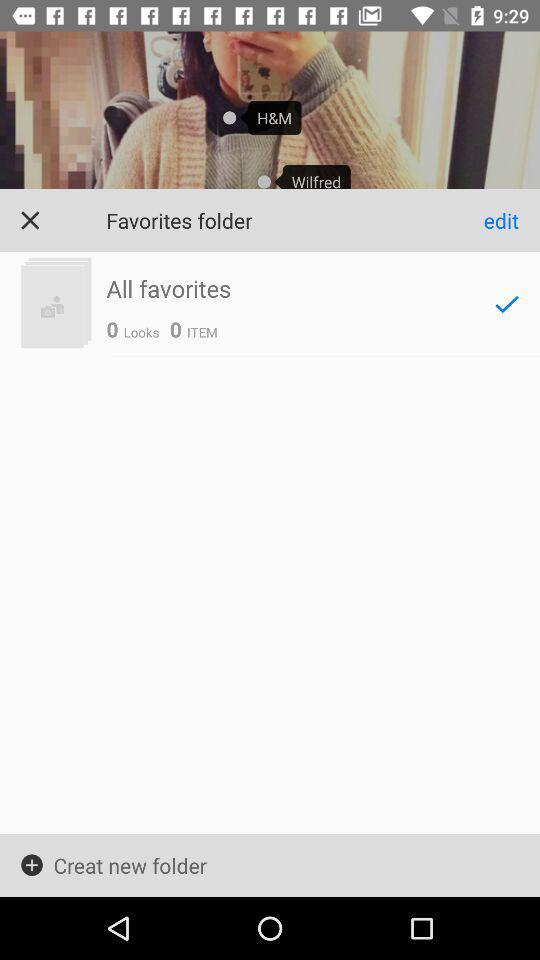 The height and width of the screenshot is (960, 540). What do you see at coordinates (29, 220) in the screenshot?
I see `the close icon` at bounding box center [29, 220].